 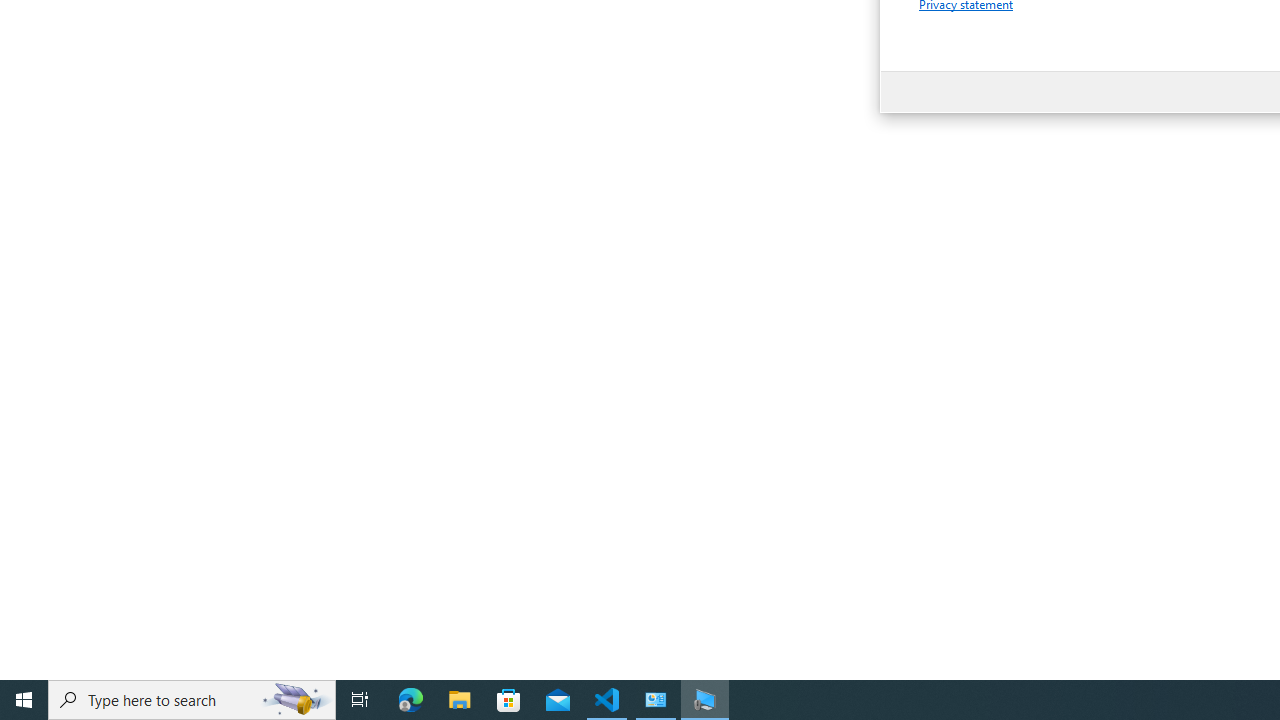 What do you see at coordinates (606, 698) in the screenshot?
I see `'Visual Studio Code - 1 running window'` at bounding box center [606, 698].